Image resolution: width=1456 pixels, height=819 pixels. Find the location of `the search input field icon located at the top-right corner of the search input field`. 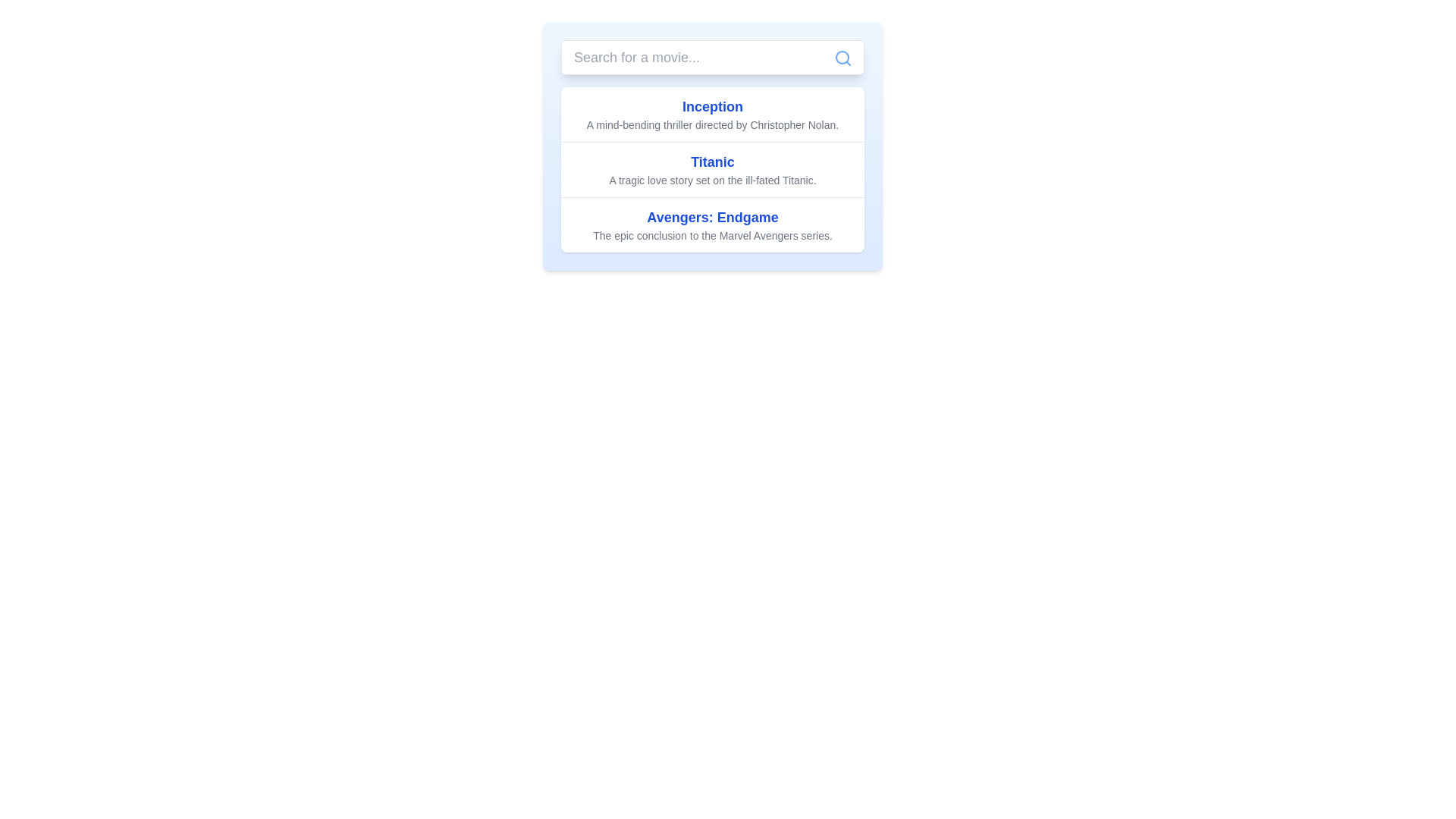

the search input field icon located at the top-right corner of the search input field is located at coordinates (843, 58).